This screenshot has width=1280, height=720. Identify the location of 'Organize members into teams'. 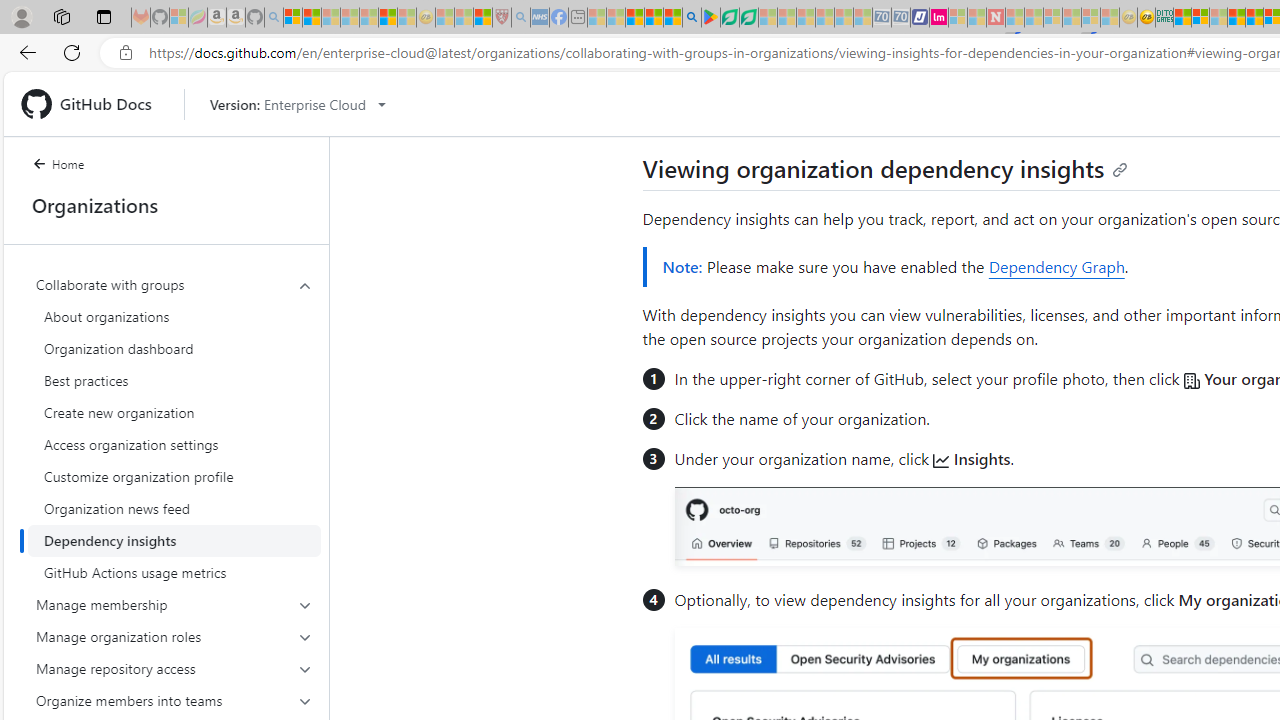
(174, 699).